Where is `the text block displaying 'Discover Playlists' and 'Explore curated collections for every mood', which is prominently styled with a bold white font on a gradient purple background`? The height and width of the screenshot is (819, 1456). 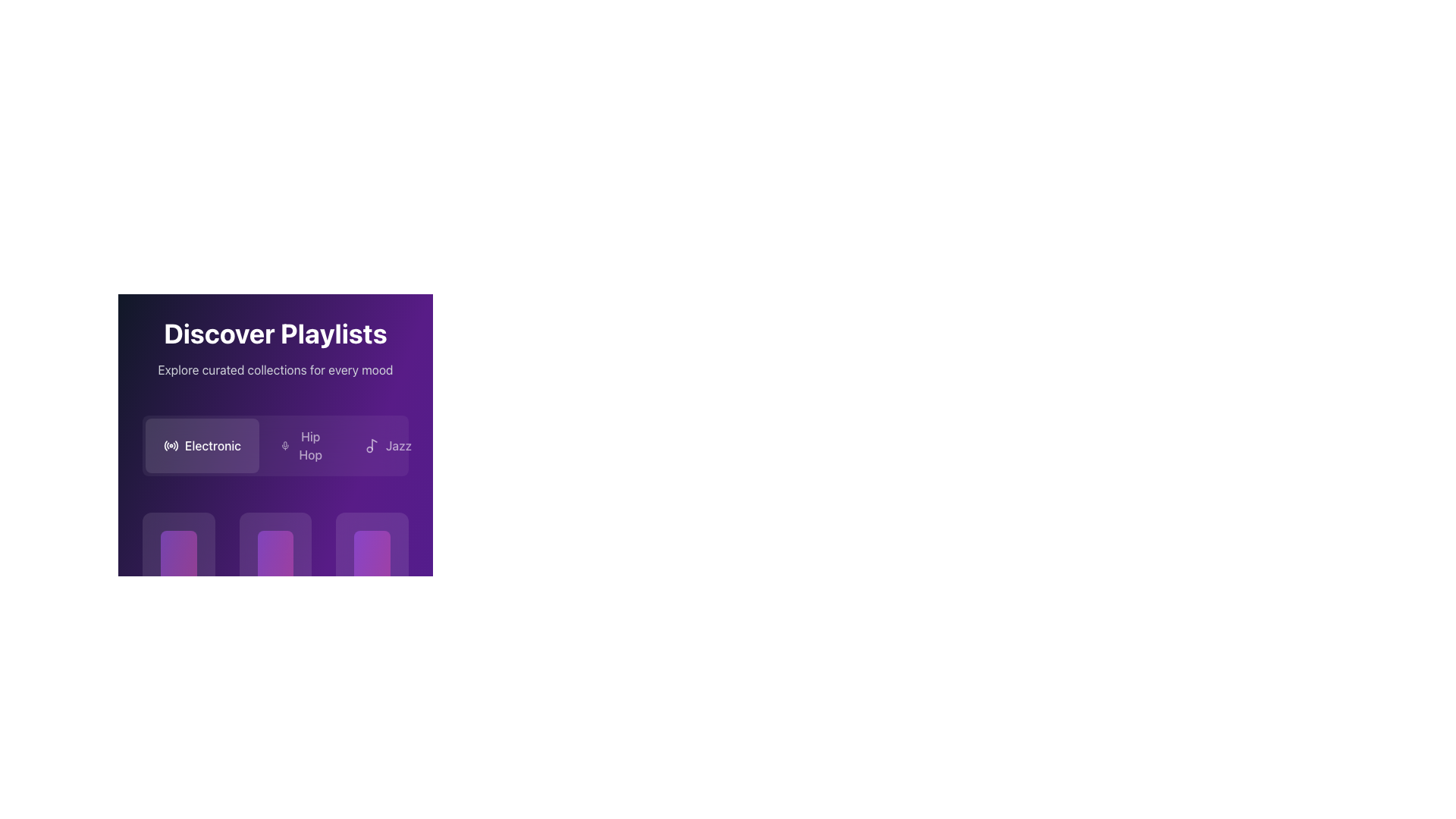
the text block displaying 'Discover Playlists' and 'Explore curated collections for every mood', which is prominently styled with a bold white font on a gradient purple background is located at coordinates (275, 348).